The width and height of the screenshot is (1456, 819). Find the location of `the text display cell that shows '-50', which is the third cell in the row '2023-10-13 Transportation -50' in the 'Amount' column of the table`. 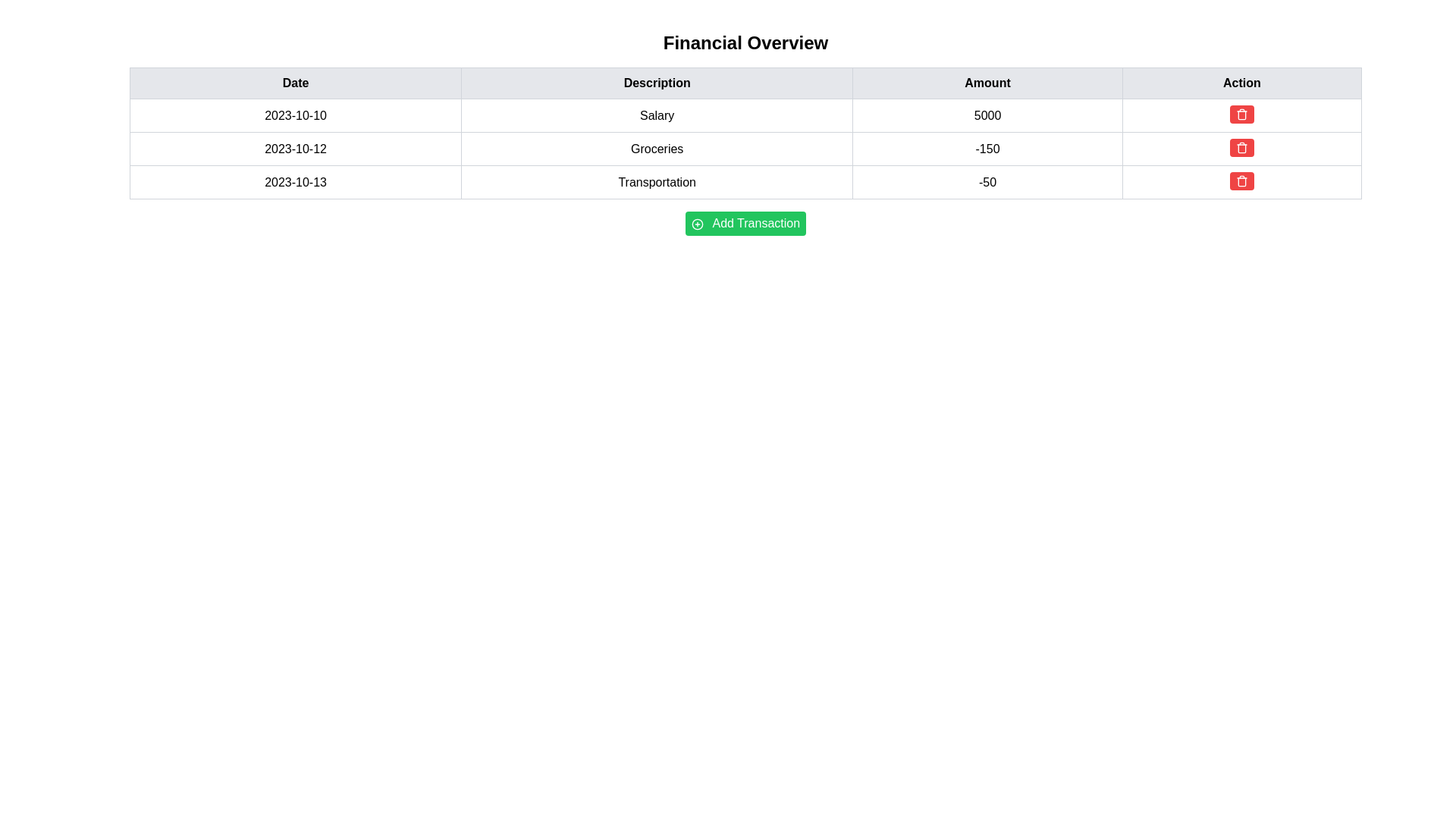

the text display cell that shows '-50', which is the third cell in the row '2023-10-13 Transportation -50' in the 'Amount' column of the table is located at coordinates (987, 181).